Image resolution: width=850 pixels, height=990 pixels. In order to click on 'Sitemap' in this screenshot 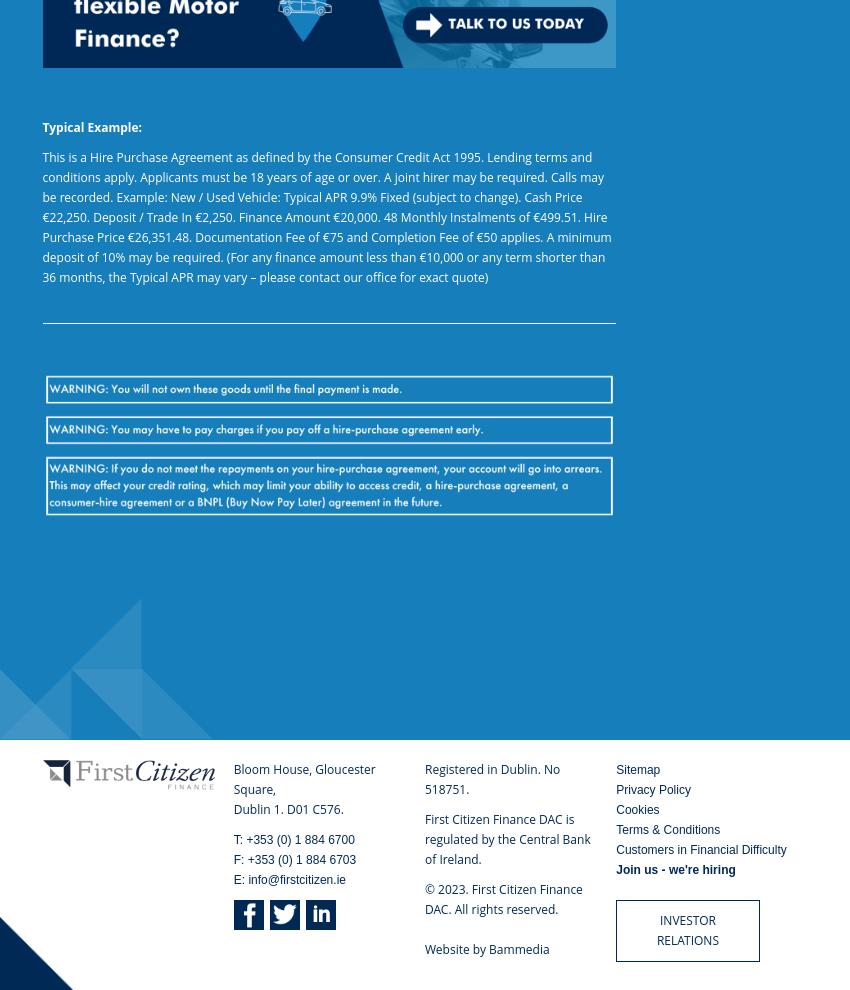, I will do `click(638, 770)`.